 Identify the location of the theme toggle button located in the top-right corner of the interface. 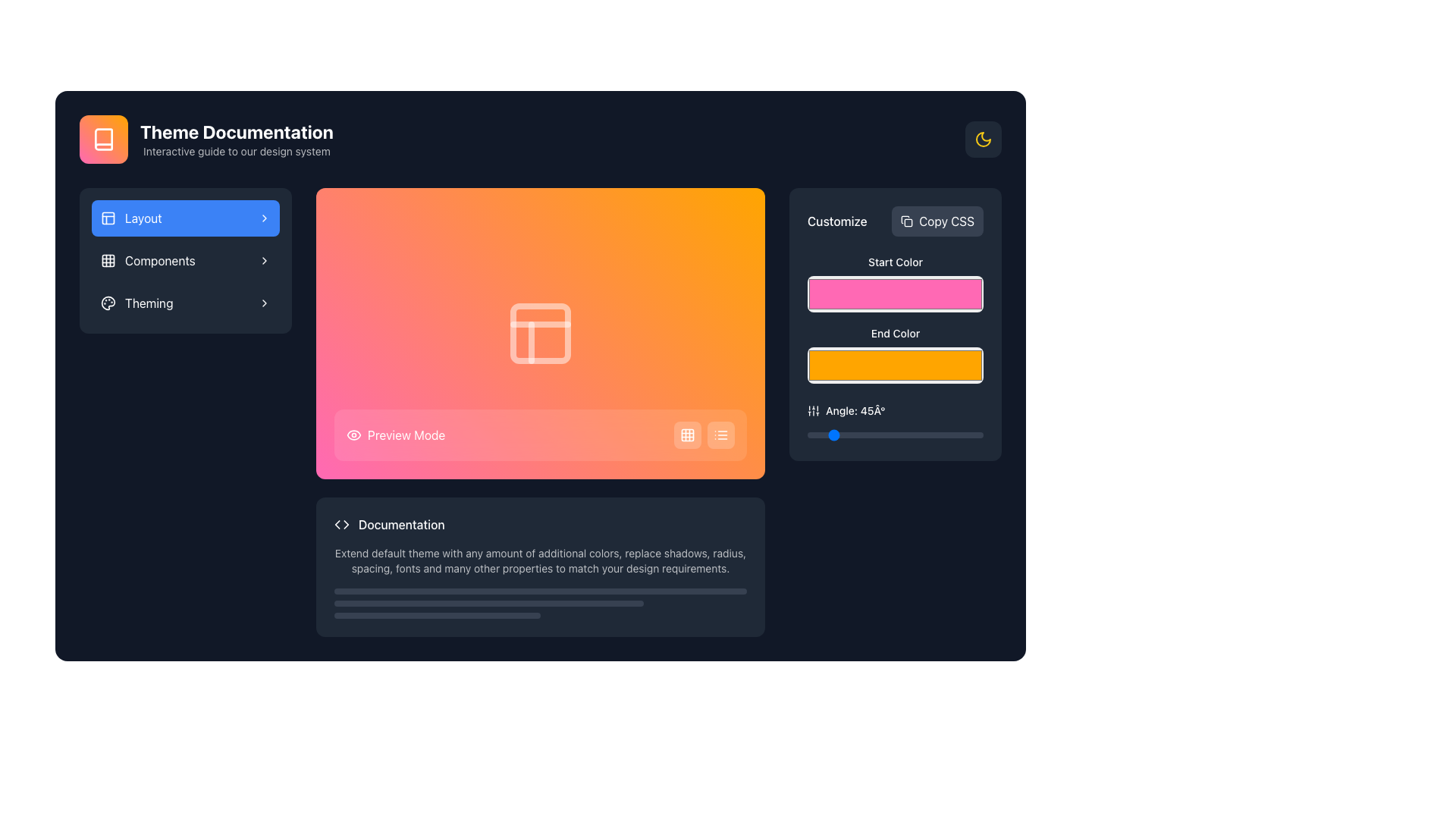
(983, 140).